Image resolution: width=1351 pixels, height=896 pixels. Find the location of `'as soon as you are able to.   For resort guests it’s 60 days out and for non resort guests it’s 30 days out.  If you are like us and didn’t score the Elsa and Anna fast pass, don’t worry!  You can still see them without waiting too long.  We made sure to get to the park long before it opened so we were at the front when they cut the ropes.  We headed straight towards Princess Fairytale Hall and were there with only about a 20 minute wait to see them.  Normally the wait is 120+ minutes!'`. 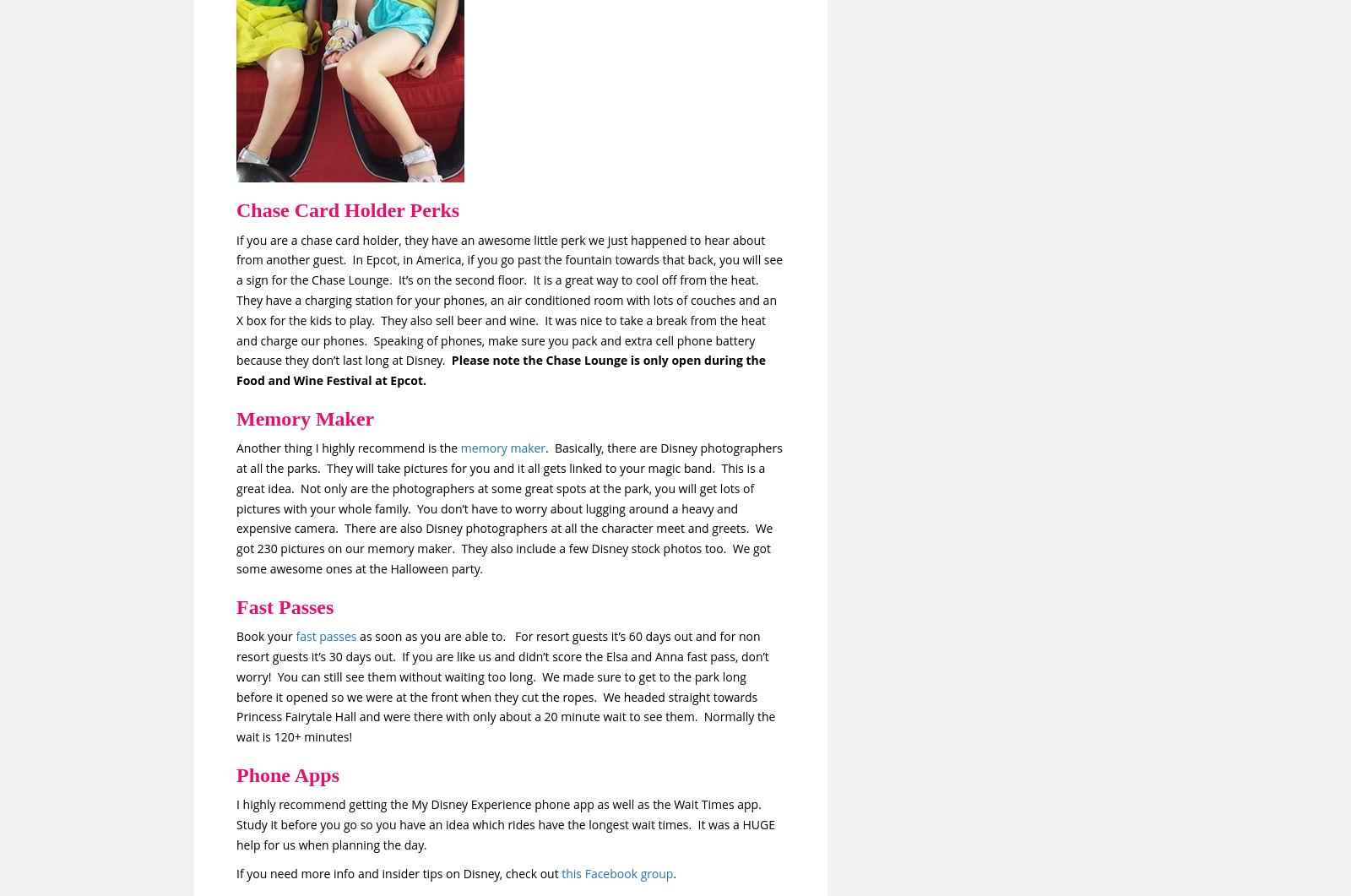

'as soon as you are able to.   For resort guests it’s 60 days out and for non resort guests it’s 30 days out.  If you are like us and didn’t score the Elsa and Anna fast pass, don’t worry!  You can still see them without waiting too long.  We made sure to get to the park long before it opened so we were at the front when they cut the ropes.  We headed straight towards Princess Fairytale Hall and were there with only about a 20 minute wait to see them.  Normally the wait is 120+ minutes!' is located at coordinates (505, 687).